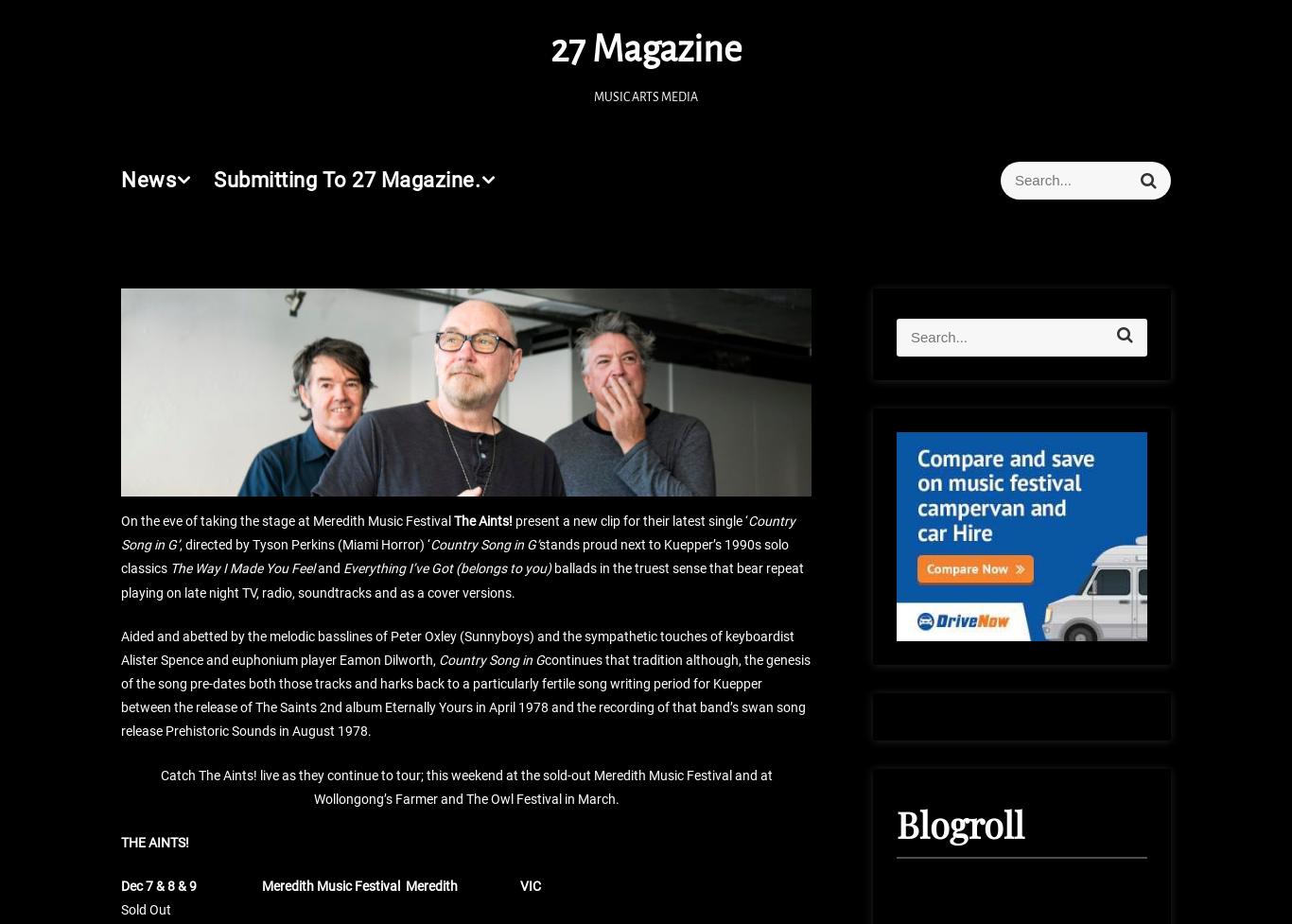 The image size is (1292, 924). Describe the element at coordinates (266, 51) in the screenshot. I see `'My Dream Rider: Mikey Mike'` at that location.